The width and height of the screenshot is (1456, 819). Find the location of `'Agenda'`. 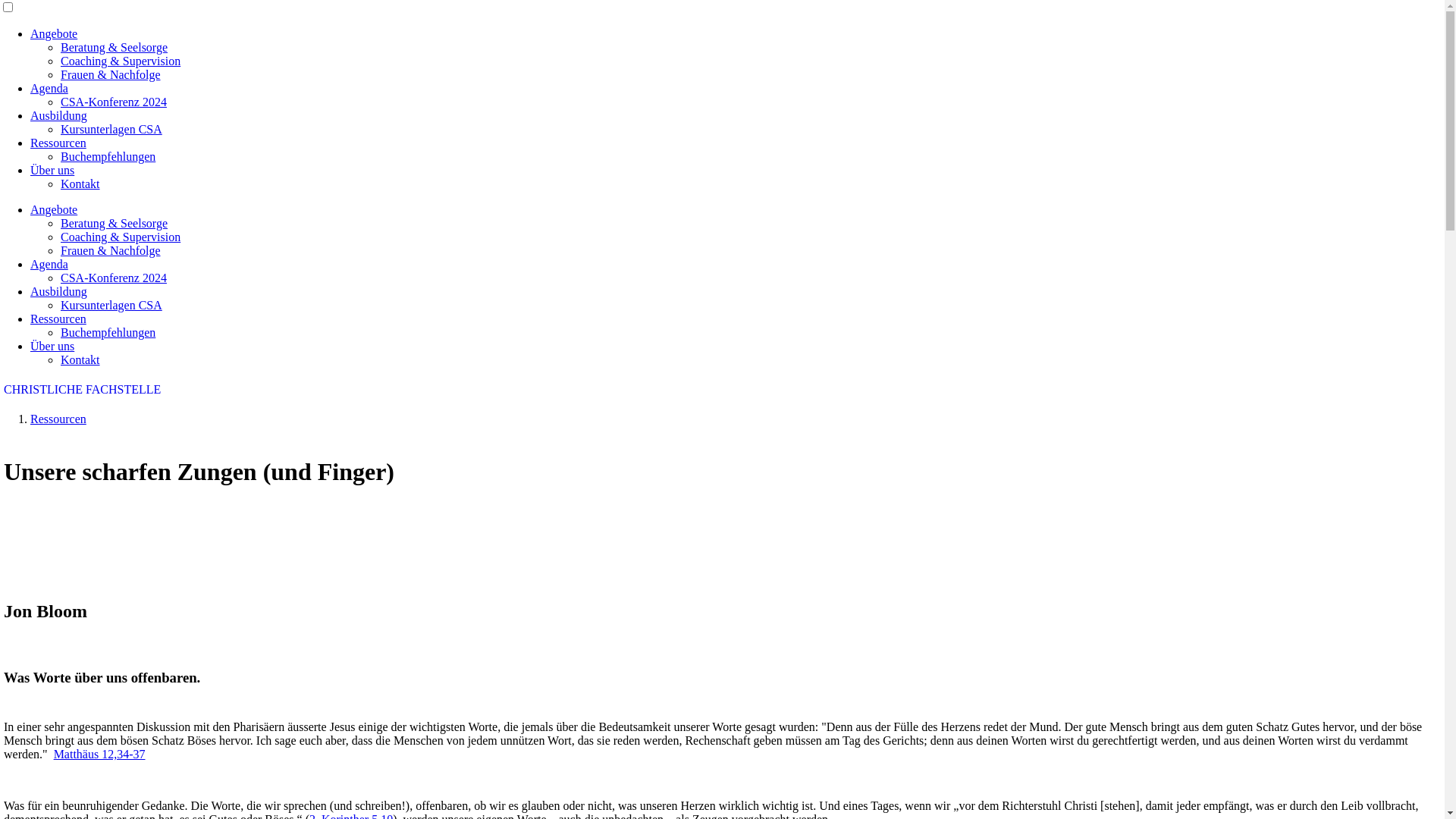

'Agenda' is located at coordinates (30, 88).